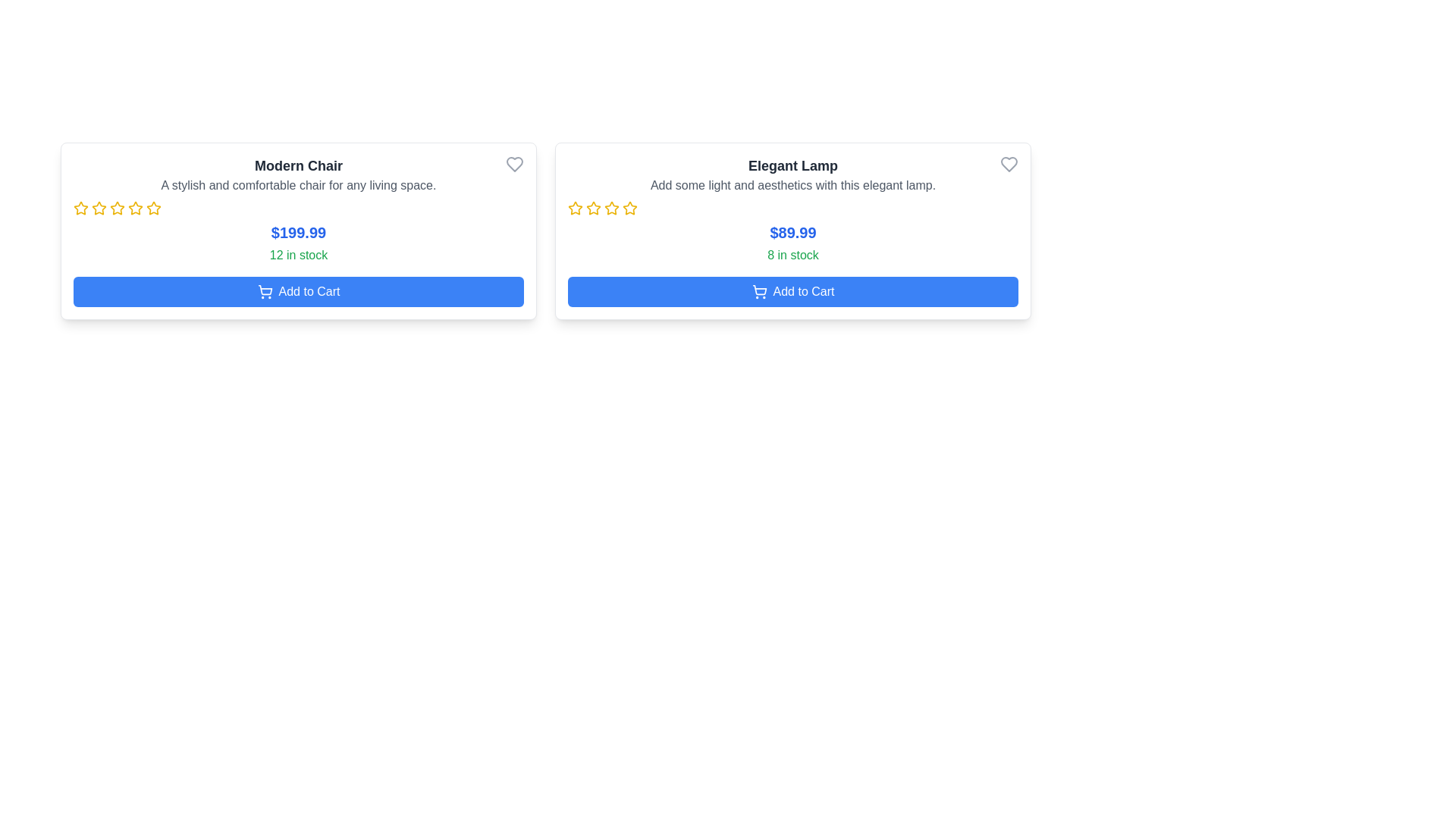 The height and width of the screenshot is (819, 1456). What do you see at coordinates (298, 233) in the screenshot?
I see `the price label for the 'Modern Chair' product, which is located below the item description and rating stars, and above the stock availability message` at bounding box center [298, 233].